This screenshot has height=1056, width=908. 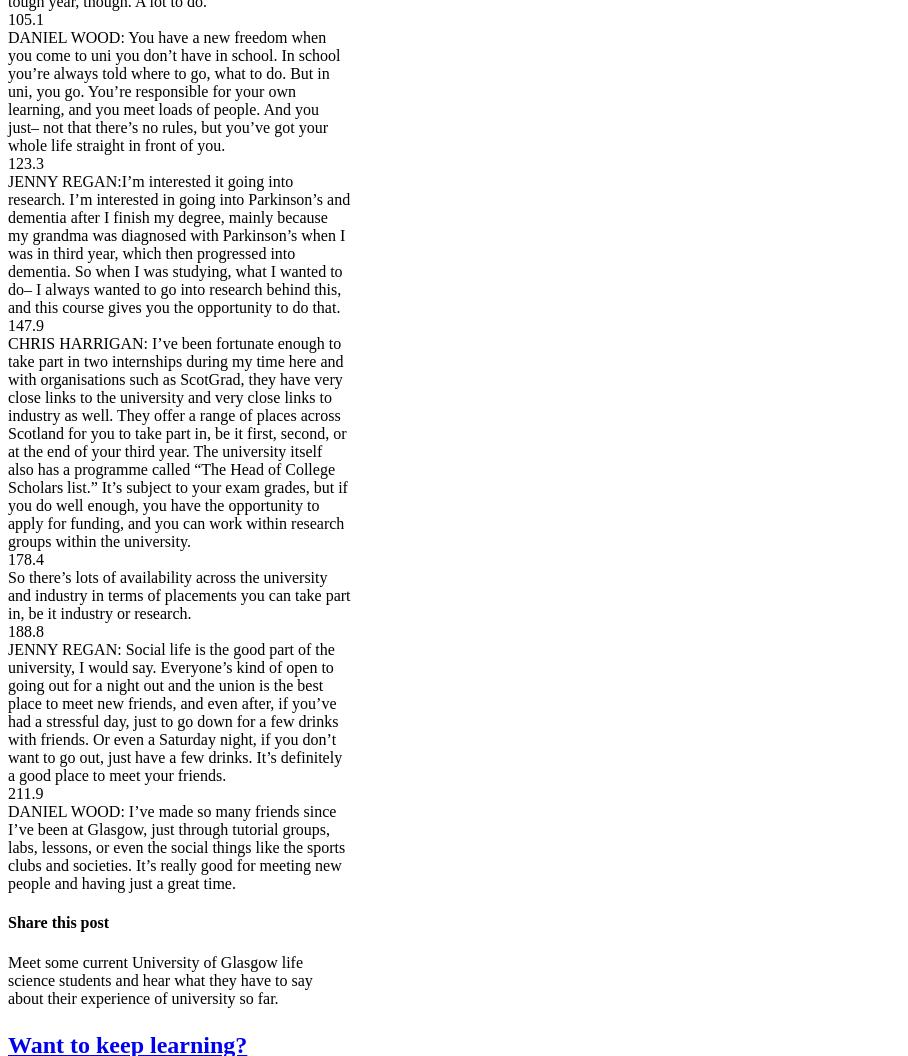 I want to click on '211.9', so click(x=24, y=793).